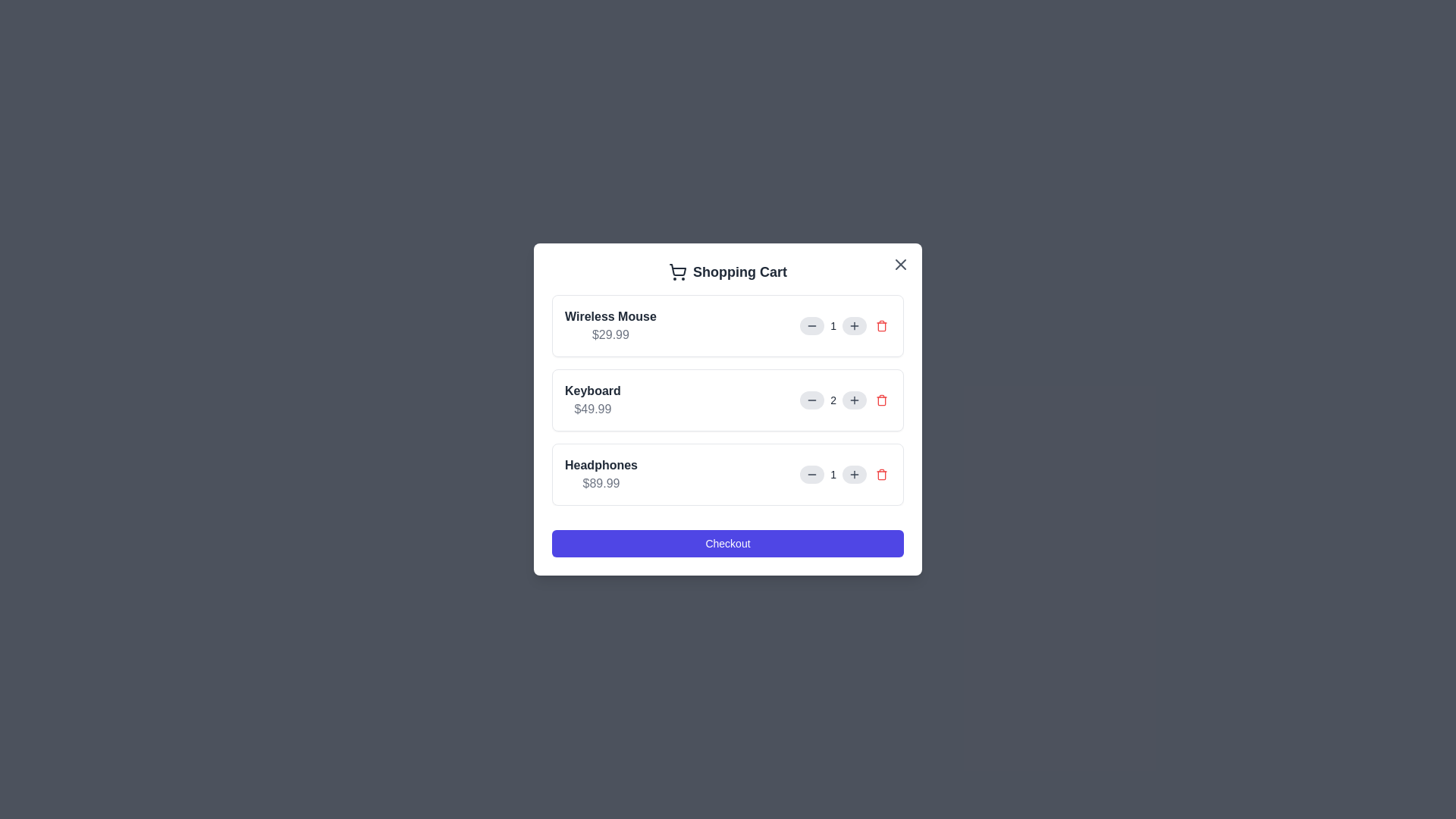  What do you see at coordinates (610, 334) in the screenshot?
I see `the static text label displaying the price '$29.99' located below the product title 'Wireless Mouse' in the 'Shopping Cart' modal` at bounding box center [610, 334].